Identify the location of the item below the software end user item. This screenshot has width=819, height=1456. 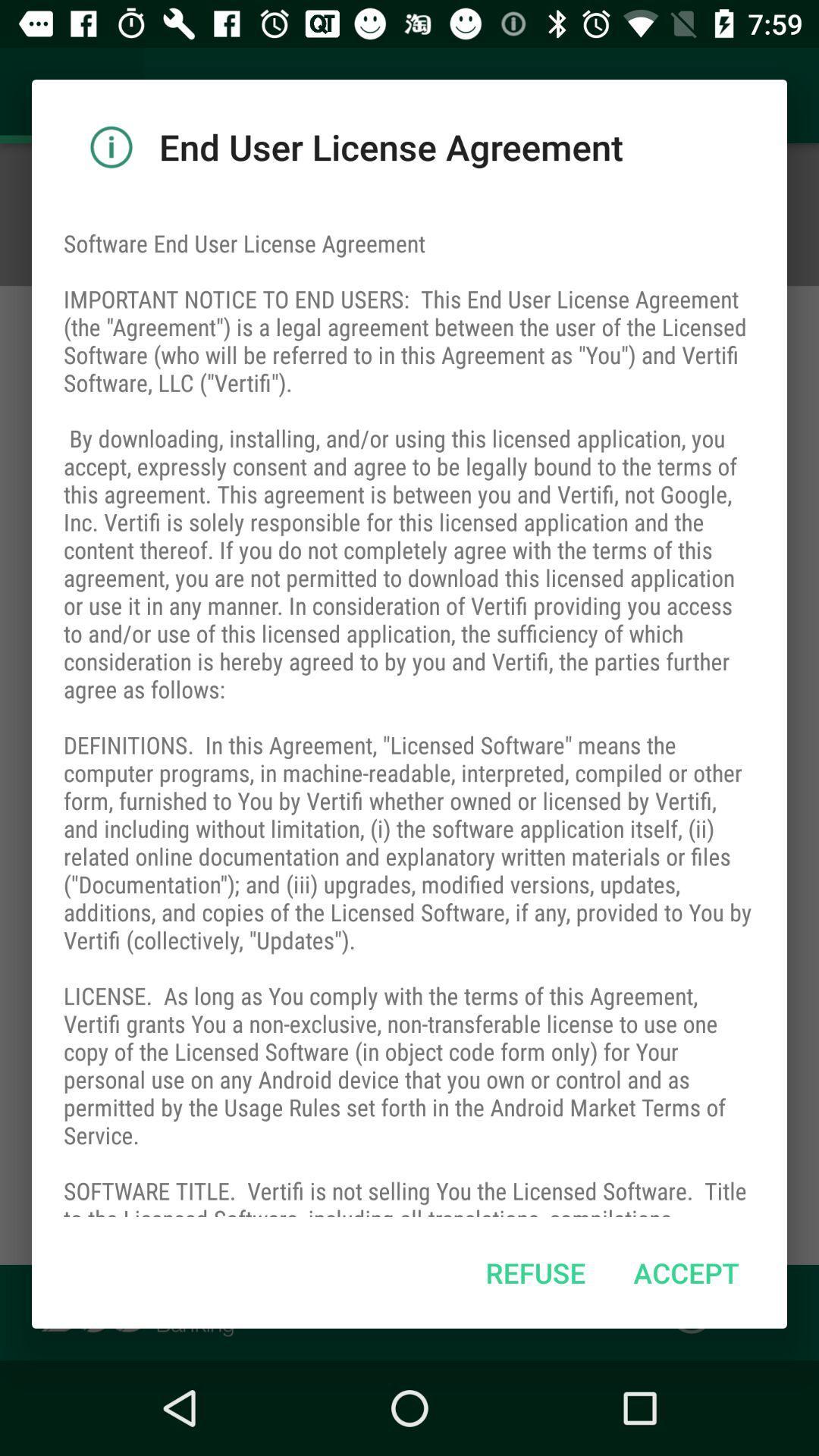
(686, 1272).